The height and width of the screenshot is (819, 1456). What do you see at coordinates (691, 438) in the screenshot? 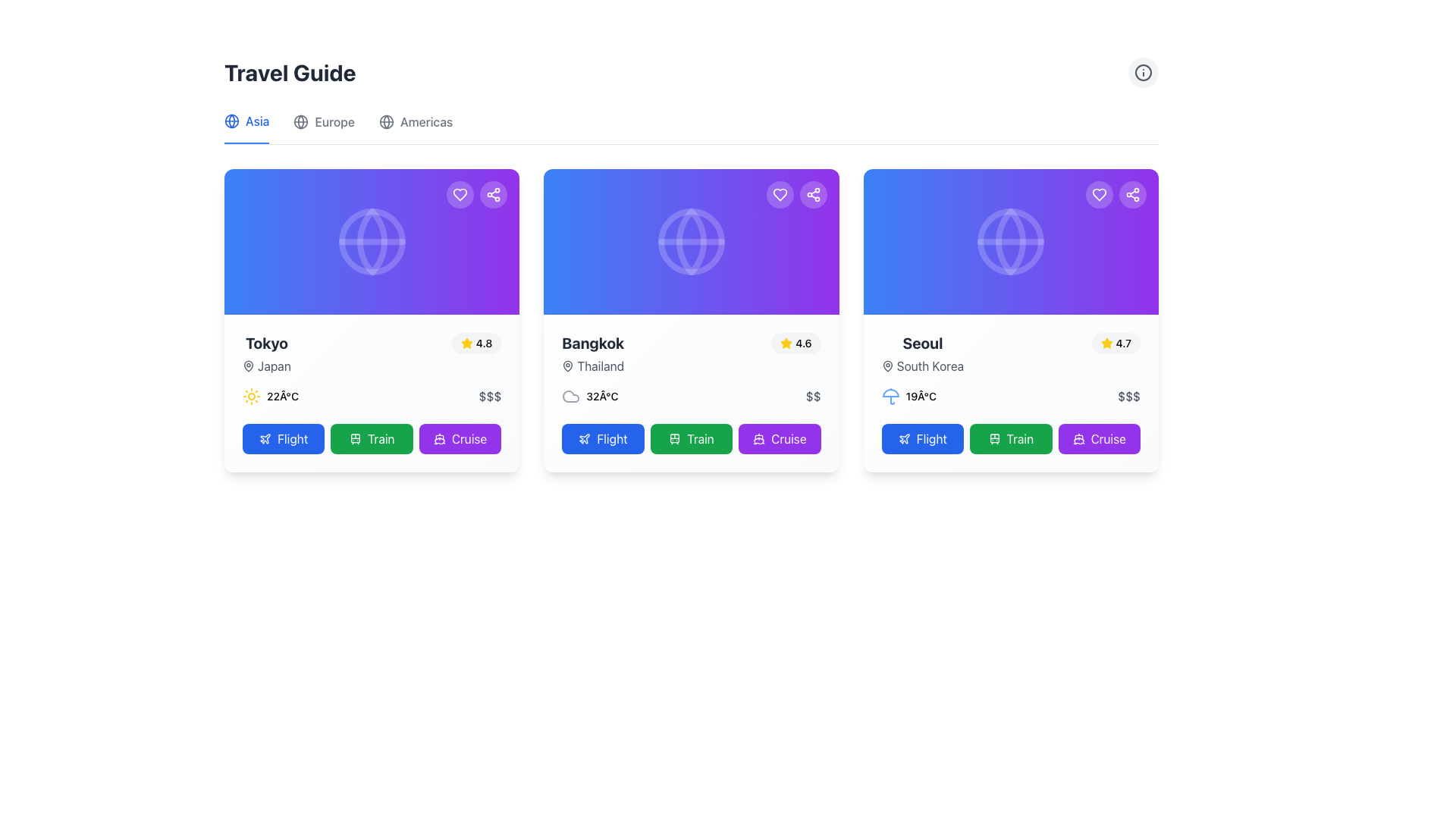
I see `the second button in the horizontal group of three buttons located at the bottom of the 'Bangkok' card` at bounding box center [691, 438].